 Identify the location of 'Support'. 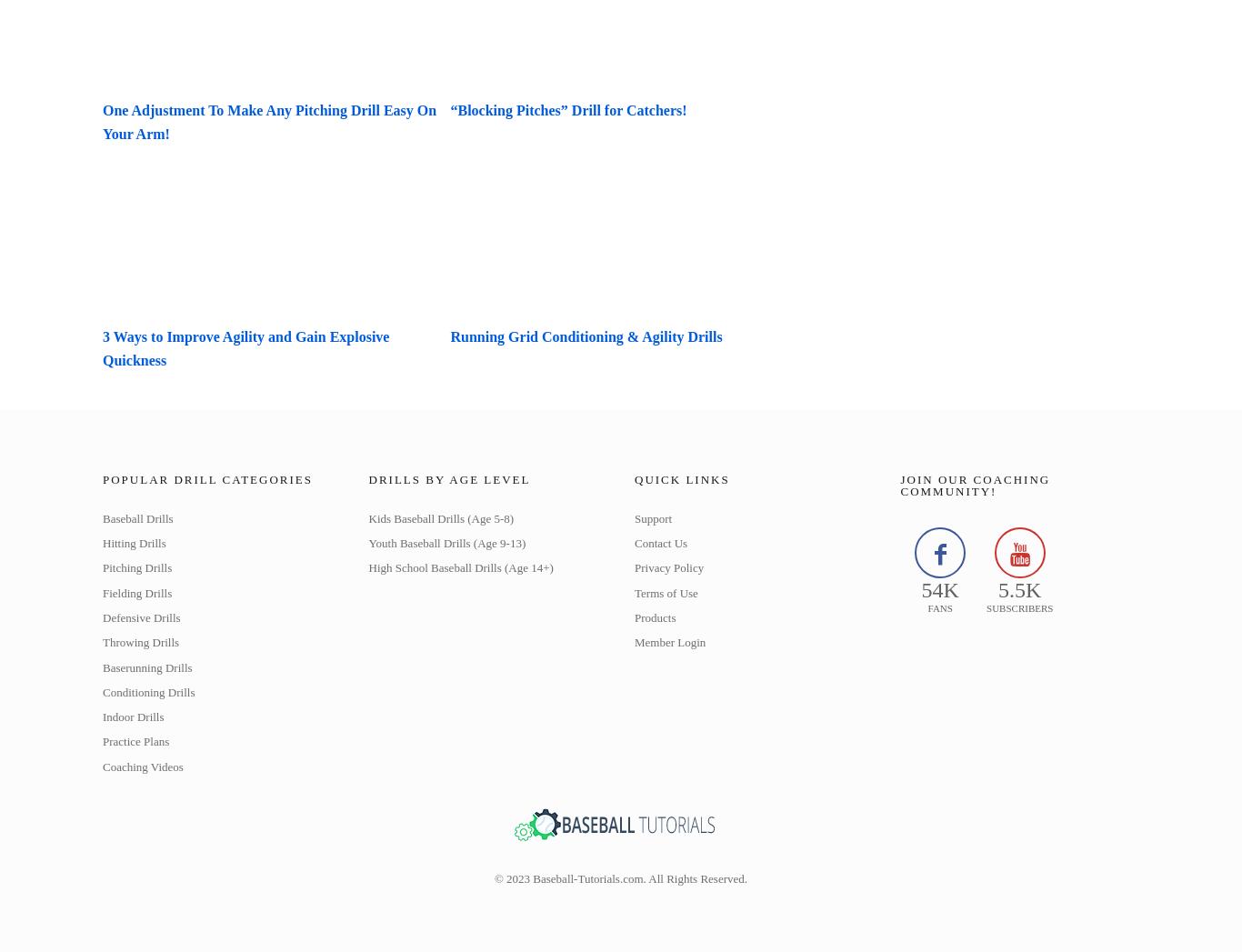
(653, 517).